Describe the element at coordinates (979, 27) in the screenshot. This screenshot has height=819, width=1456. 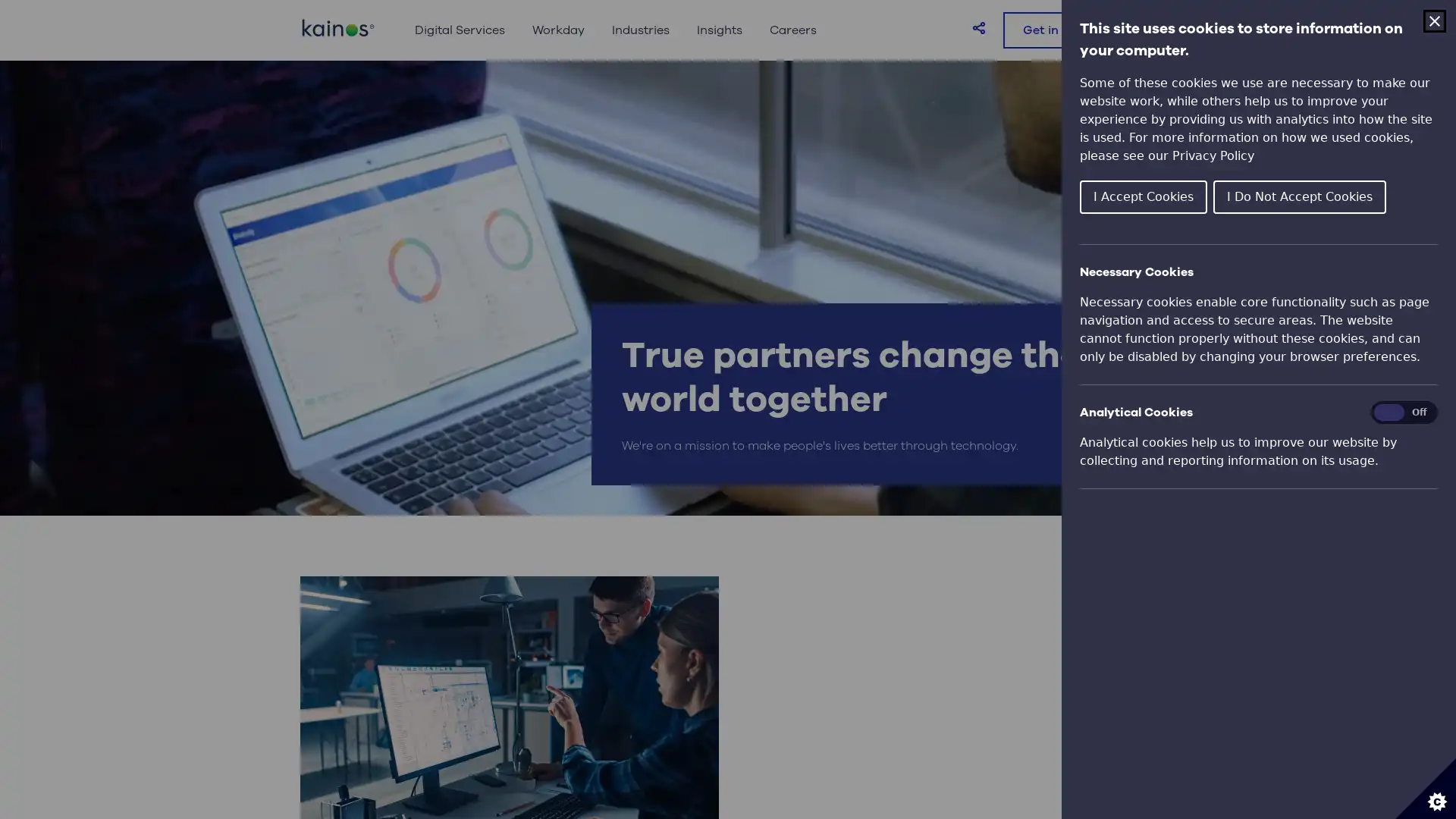
I see `Open Share icons modal window` at that location.